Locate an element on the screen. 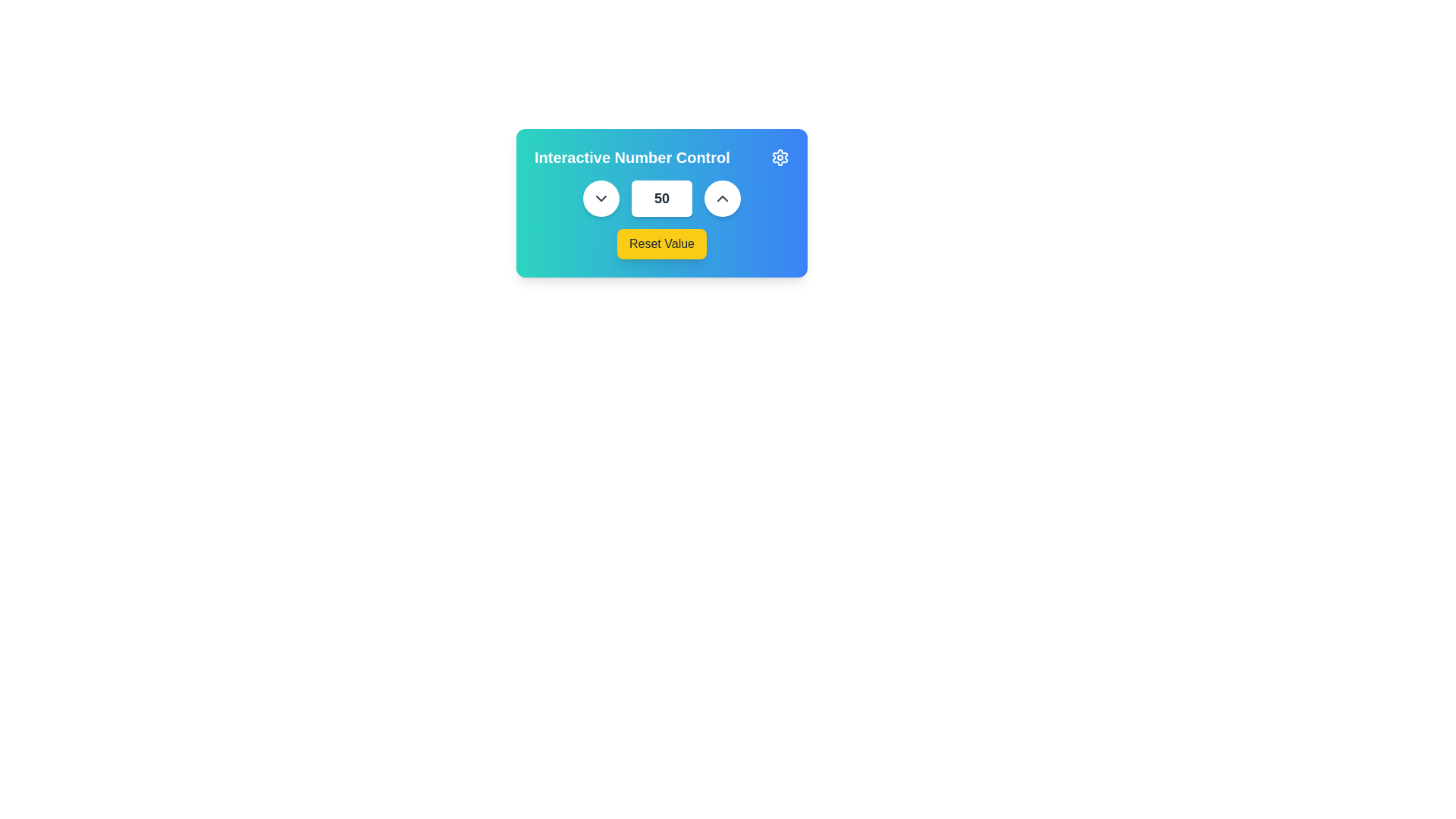  the icon button that expands or collapses the dropdown menu is located at coordinates (600, 198).